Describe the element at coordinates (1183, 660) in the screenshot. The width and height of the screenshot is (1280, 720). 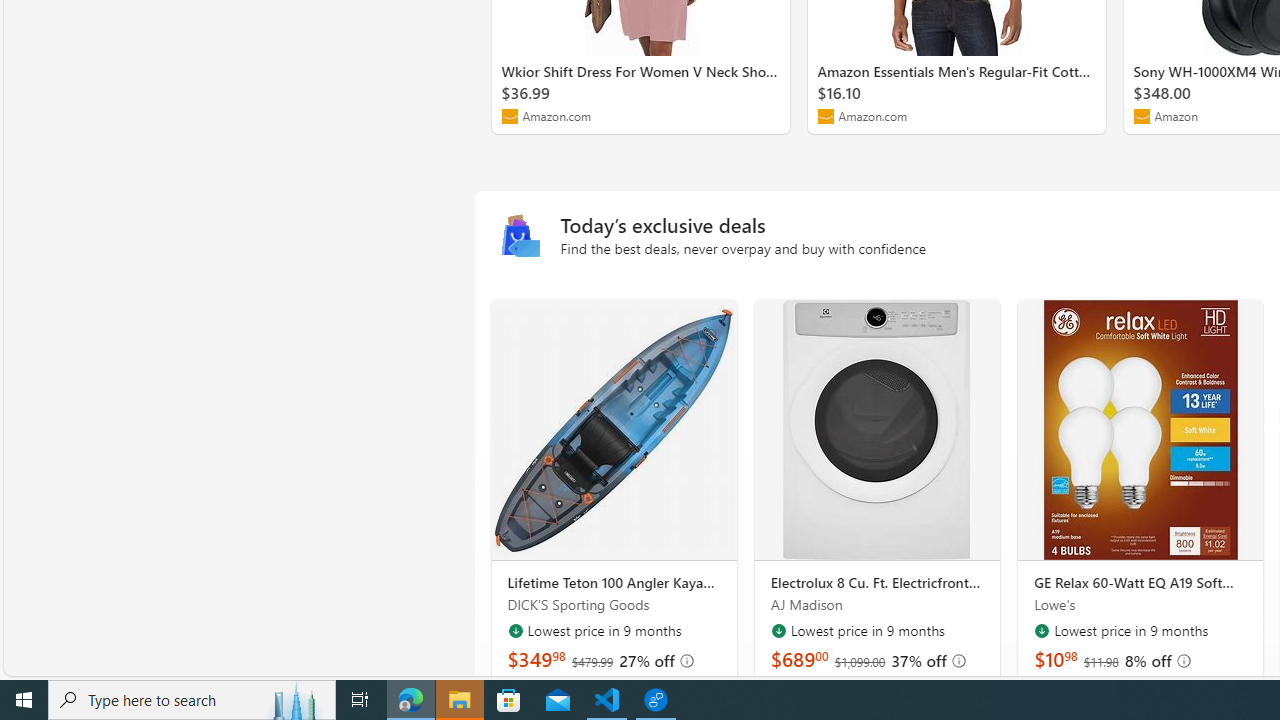
I see `'info'` at that location.